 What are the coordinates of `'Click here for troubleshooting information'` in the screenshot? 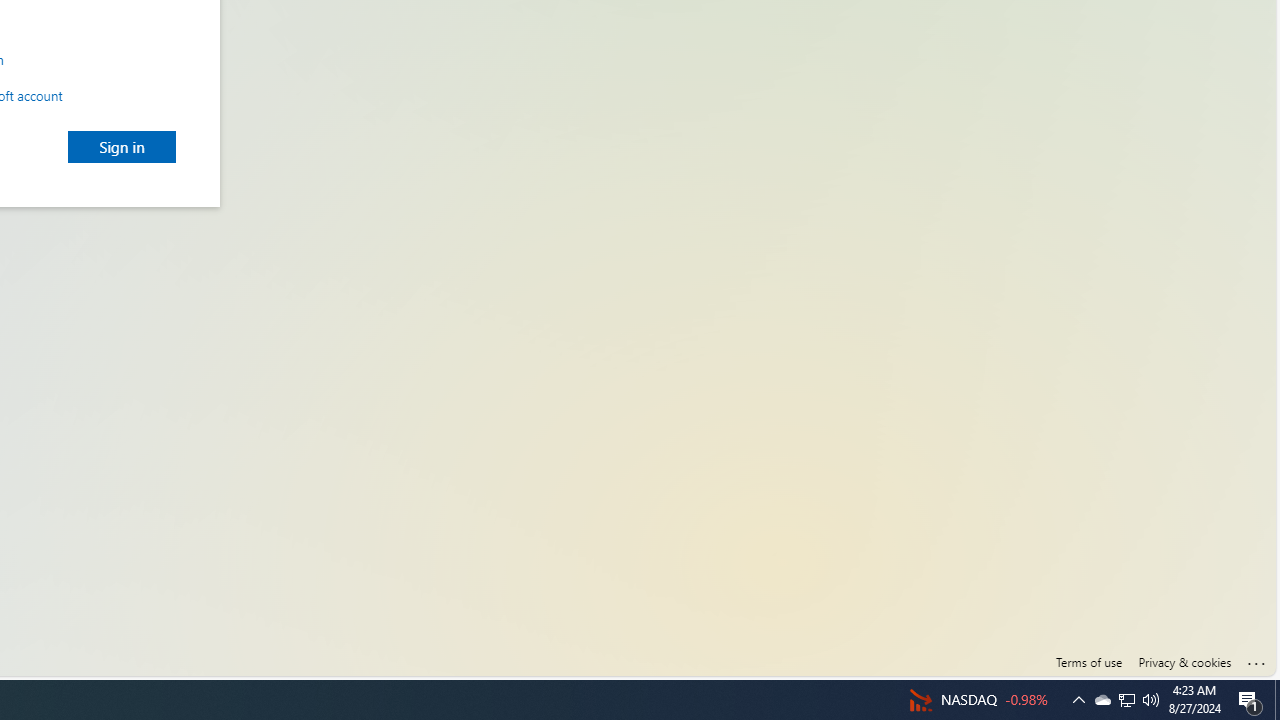 It's located at (1256, 659).